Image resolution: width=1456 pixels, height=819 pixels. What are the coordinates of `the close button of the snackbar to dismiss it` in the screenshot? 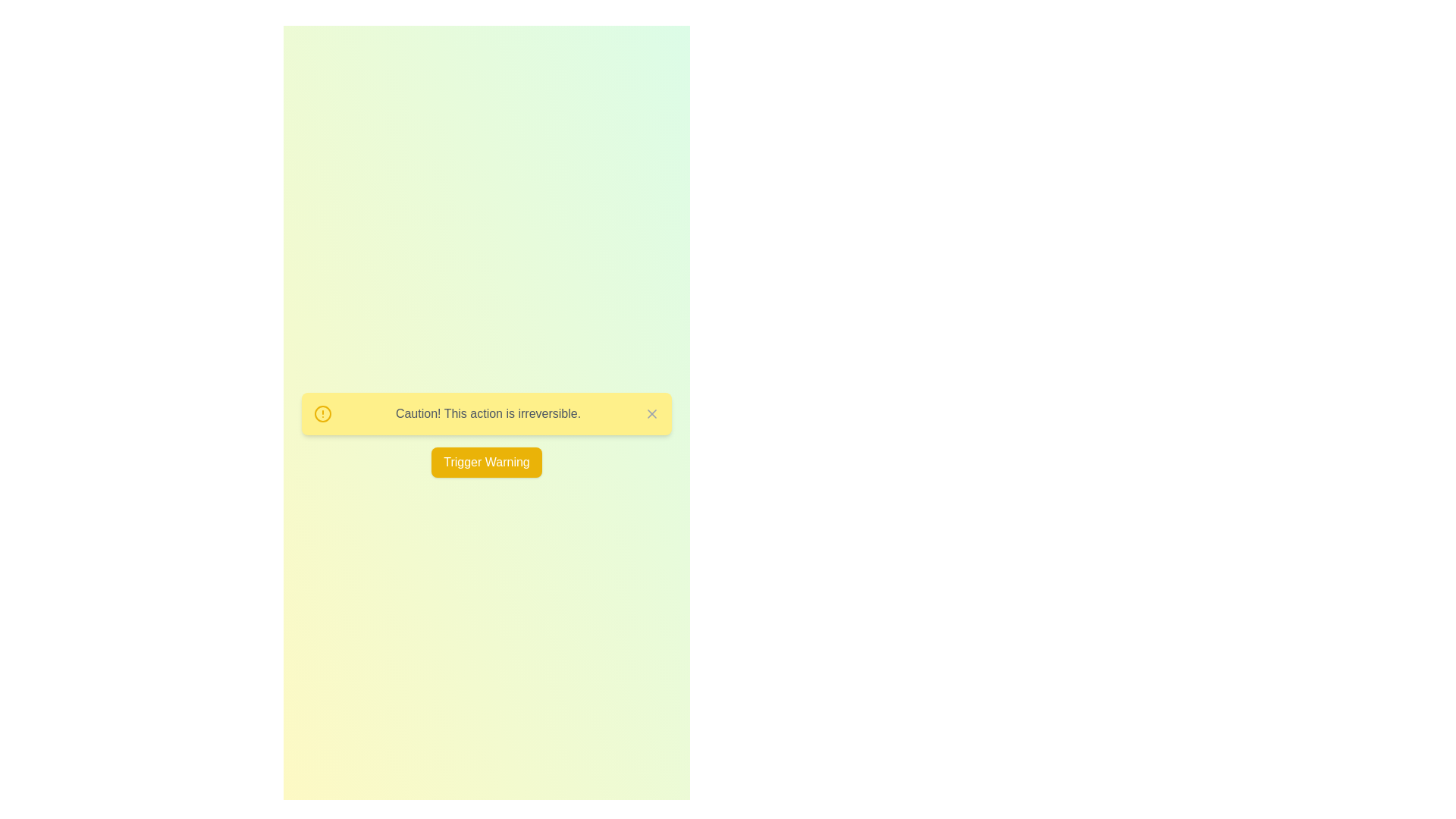 It's located at (651, 414).